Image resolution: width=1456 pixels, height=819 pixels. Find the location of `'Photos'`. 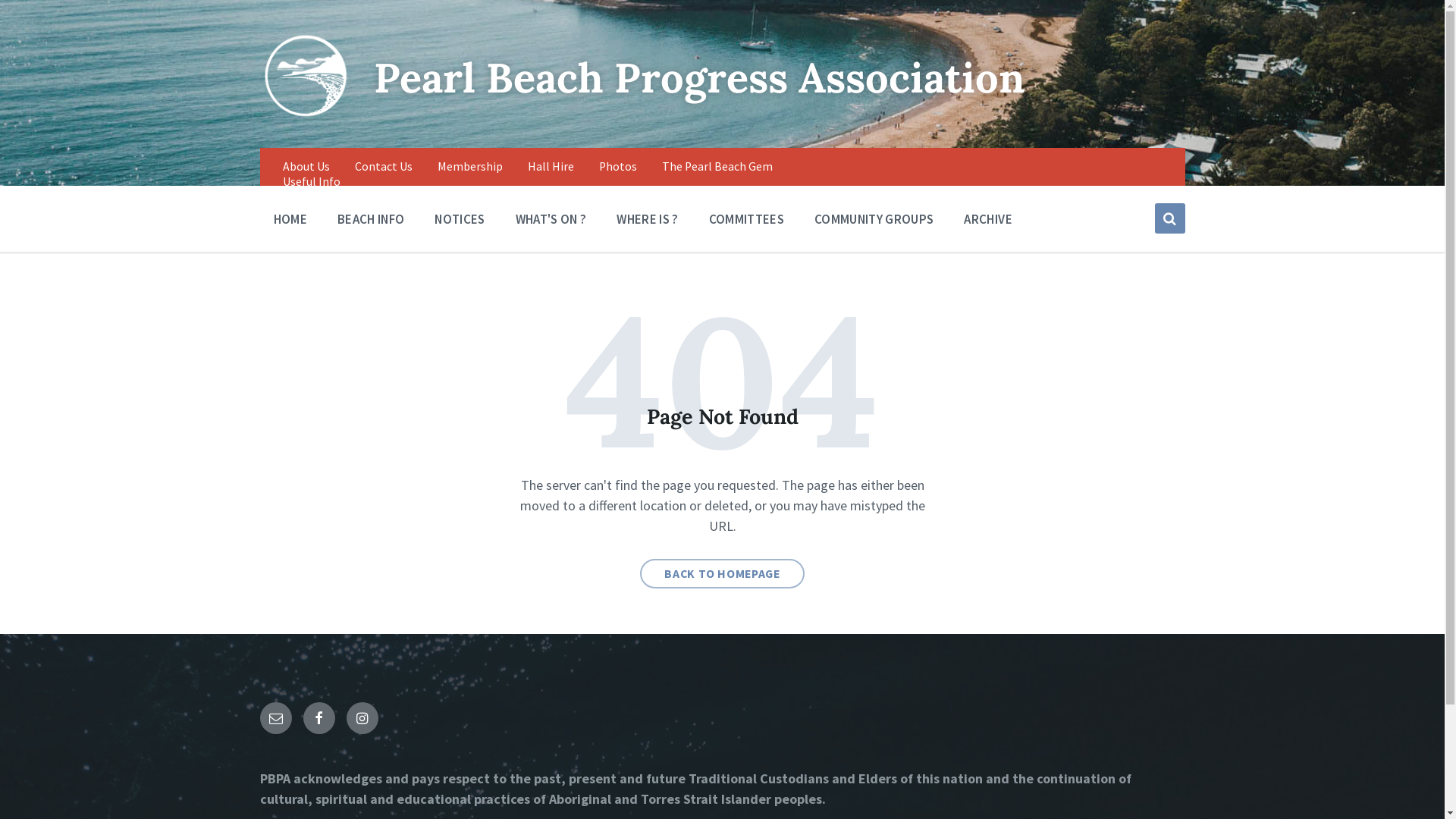

'Photos' is located at coordinates (598, 166).